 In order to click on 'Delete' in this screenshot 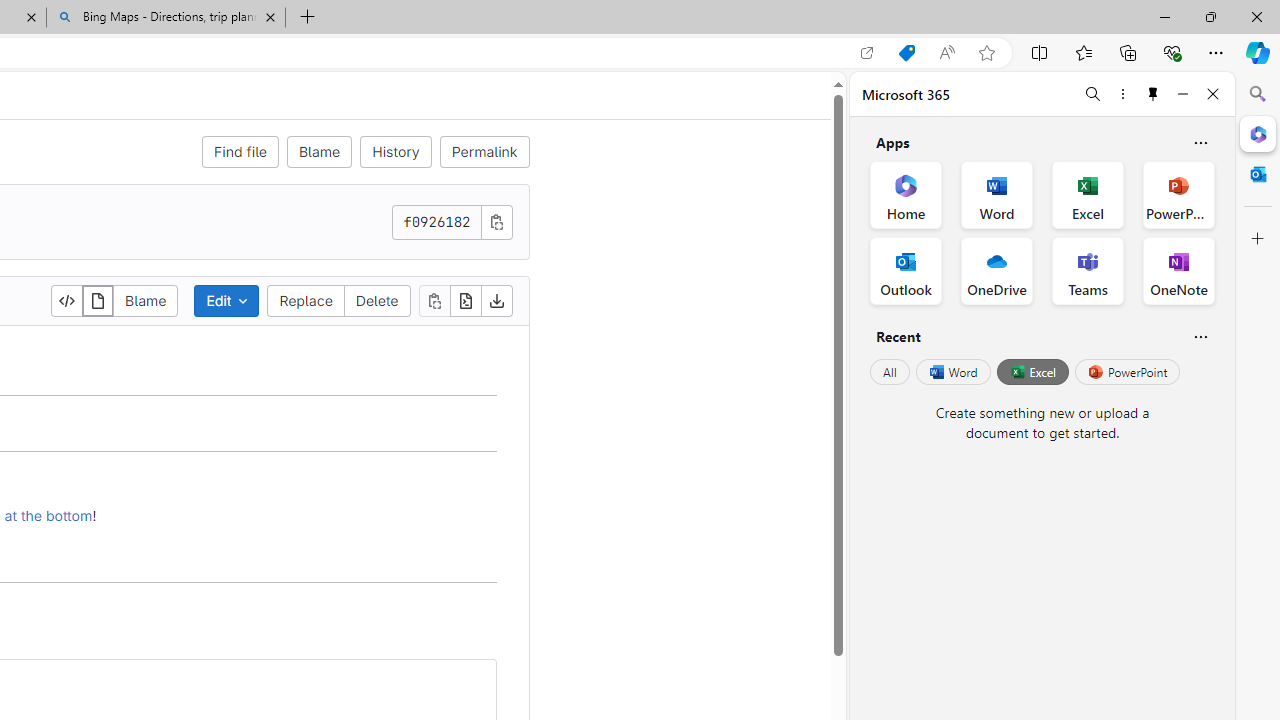, I will do `click(376, 300)`.